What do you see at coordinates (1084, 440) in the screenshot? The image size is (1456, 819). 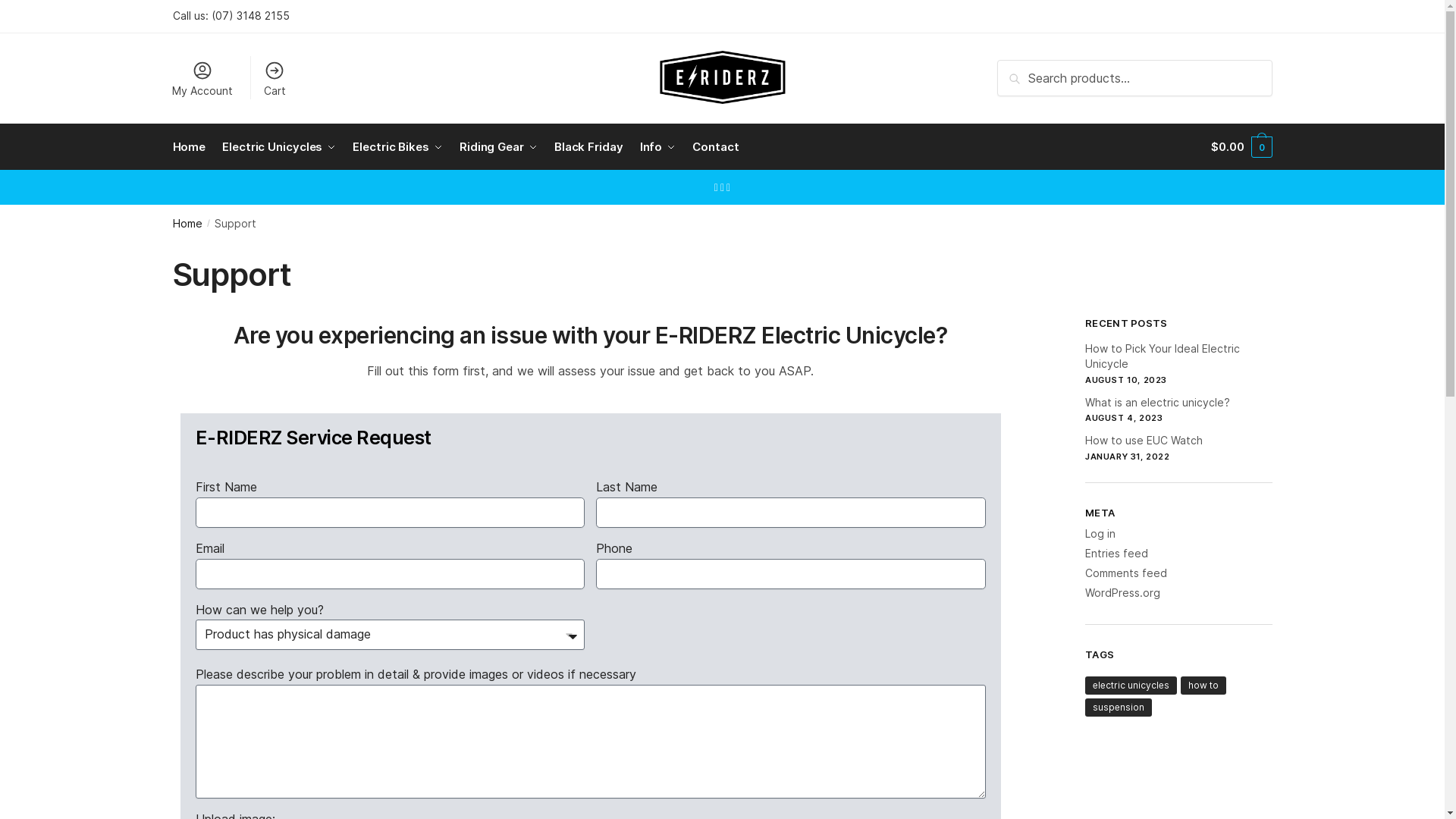 I see `'How to use EUC Watch'` at bounding box center [1084, 440].